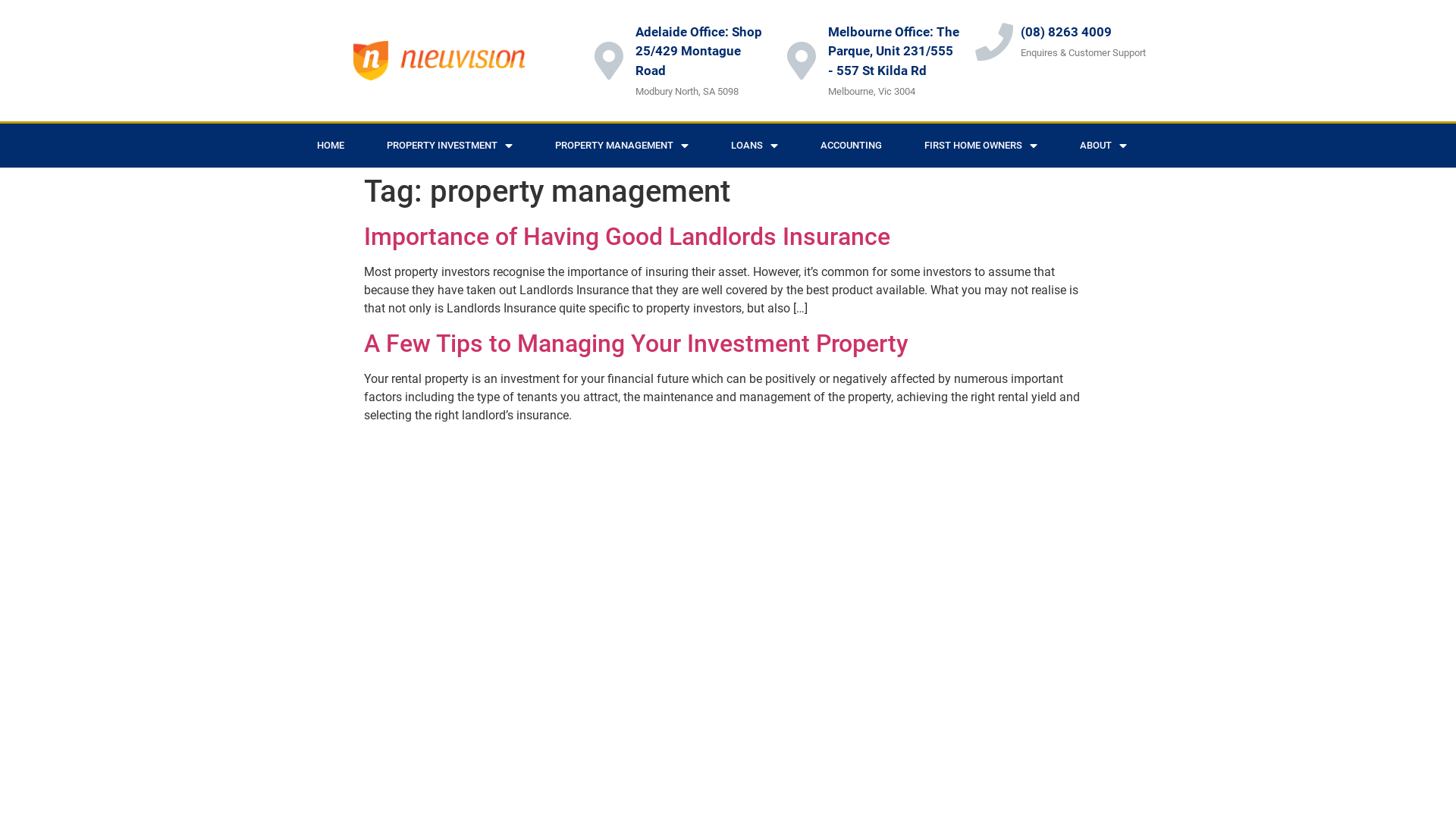 The image size is (1456, 819). What do you see at coordinates (981, 146) in the screenshot?
I see `'FIRST HOME OWNERS'` at bounding box center [981, 146].